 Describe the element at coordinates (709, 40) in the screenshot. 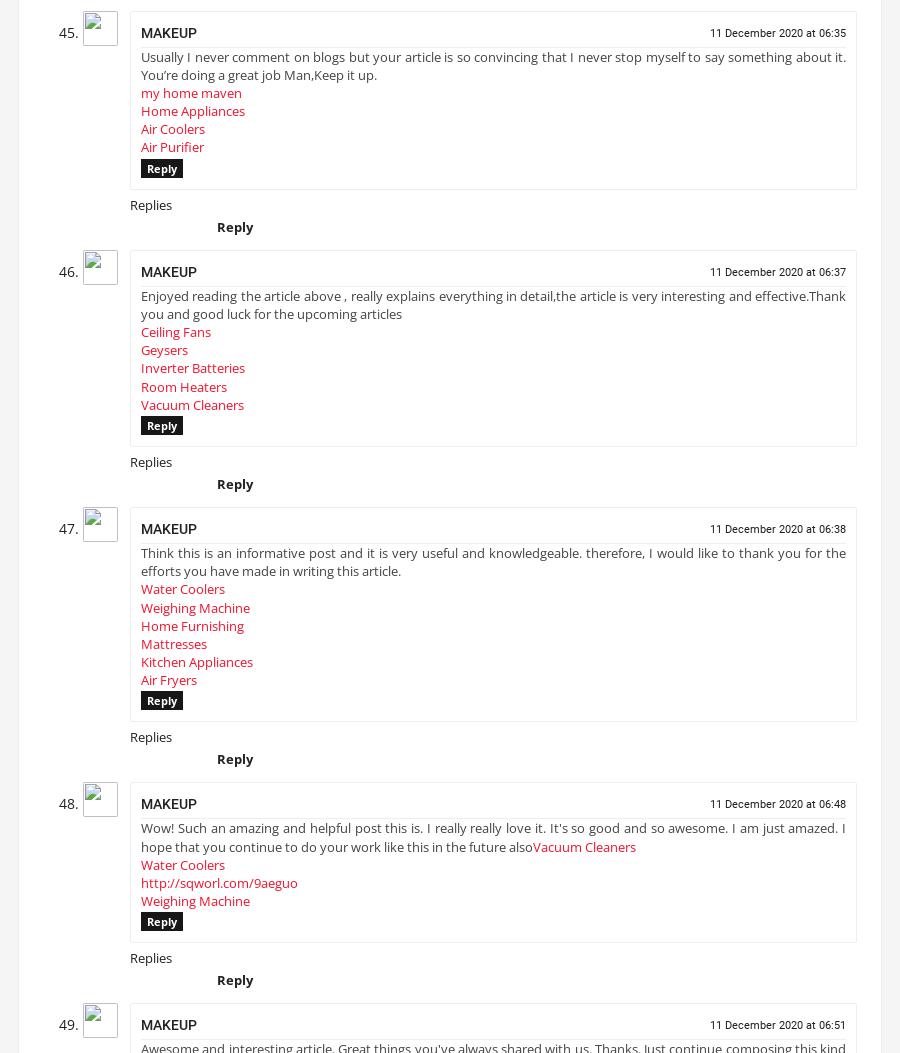

I see `'11 December 2020 at 06:35'` at that location.